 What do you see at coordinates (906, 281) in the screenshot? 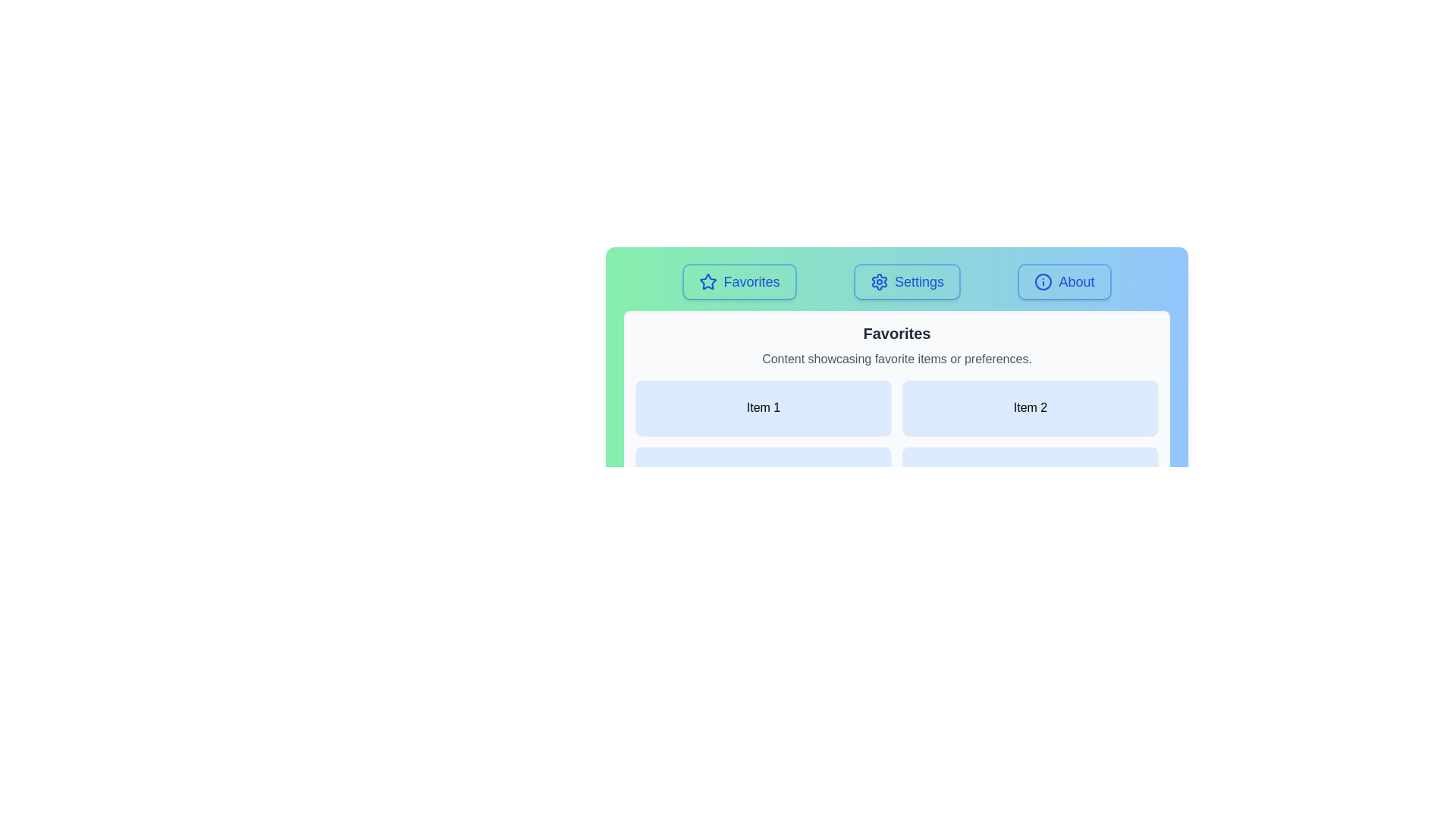
I see `the Settings tab by clicking on its button` at bounding box center [906, 281].